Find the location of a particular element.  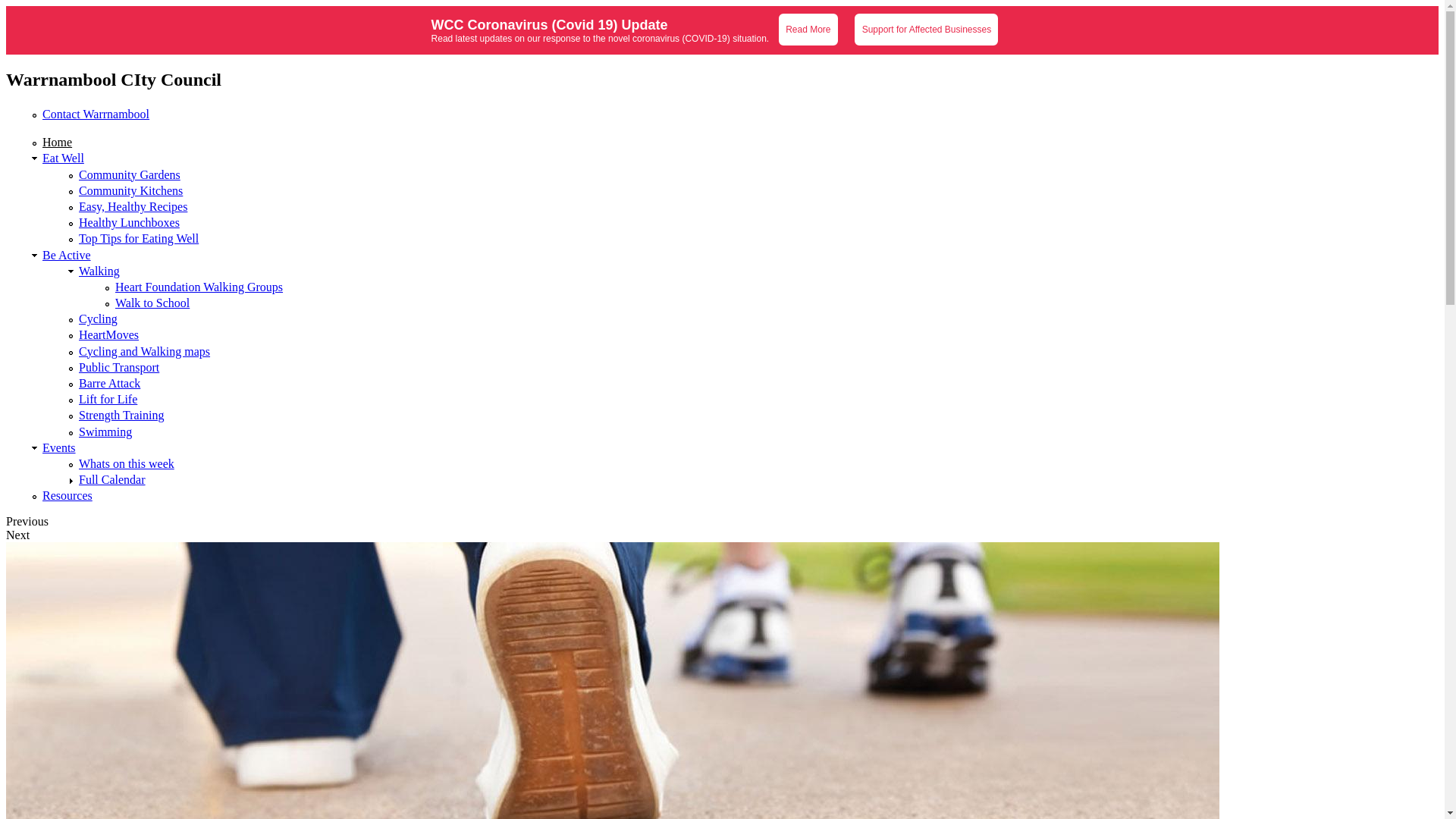

'Be Active' is located at coordinates (65, 254).